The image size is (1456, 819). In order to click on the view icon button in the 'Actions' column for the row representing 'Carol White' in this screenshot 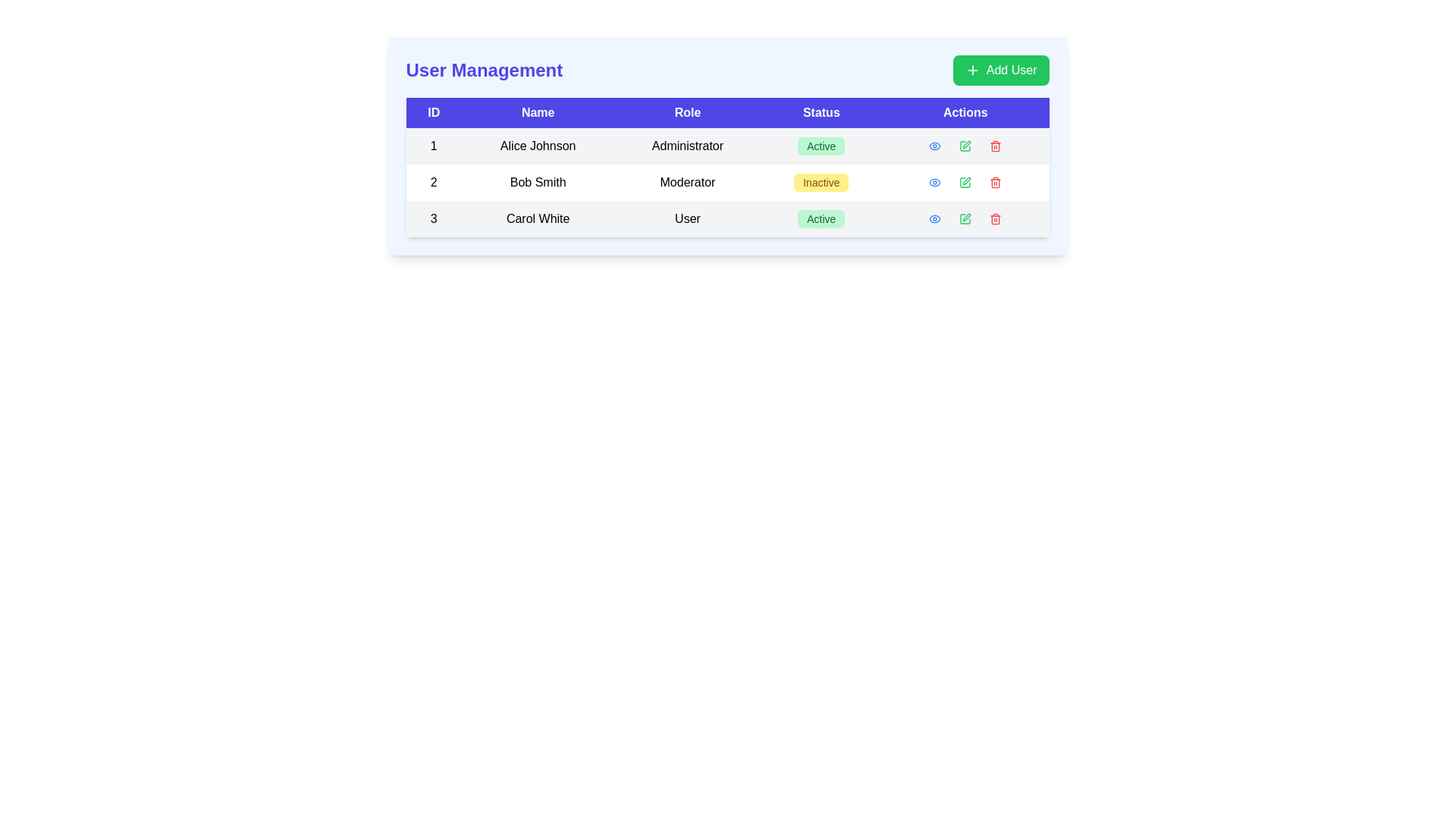, I will do `click(934, 219)`.